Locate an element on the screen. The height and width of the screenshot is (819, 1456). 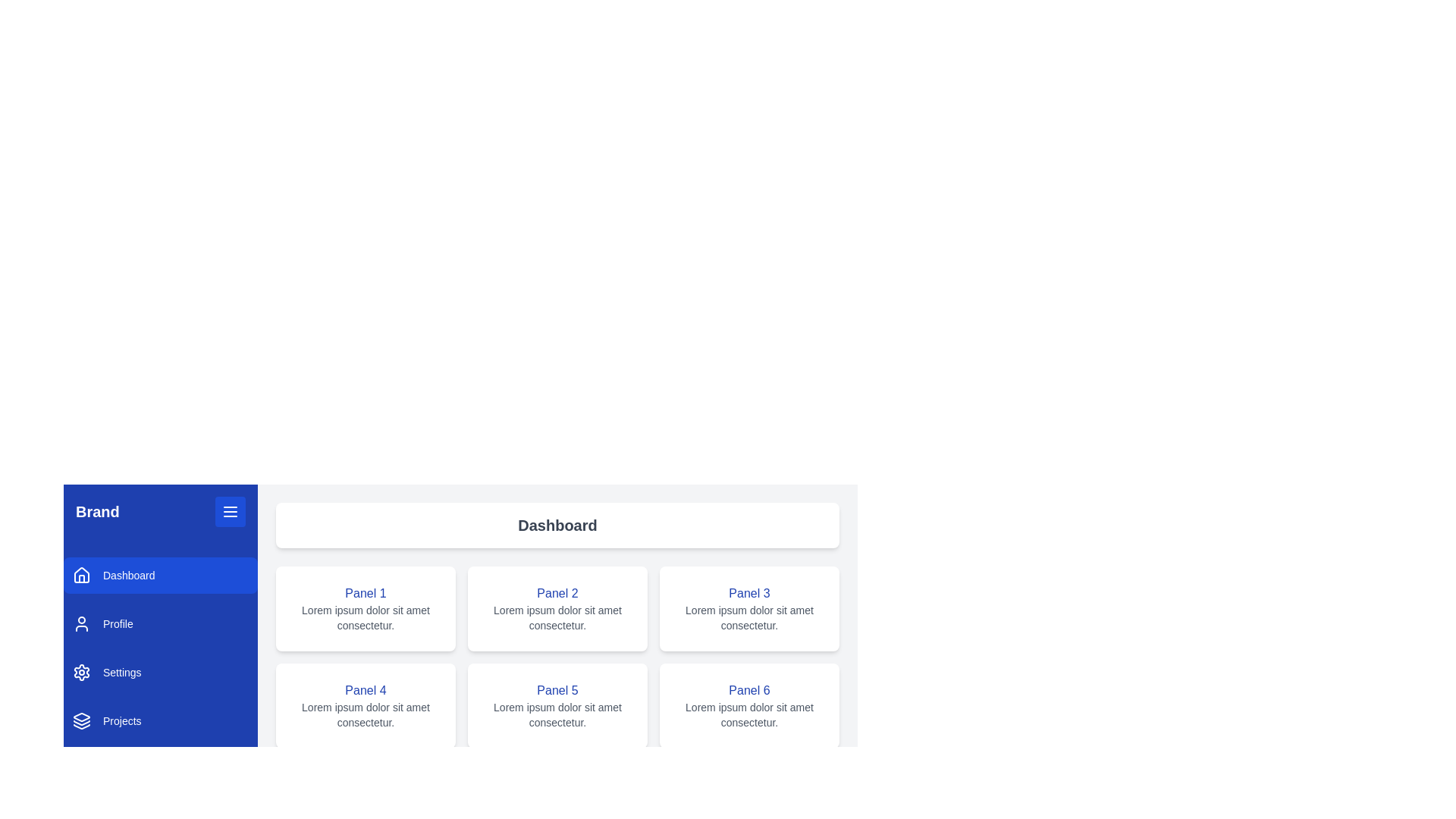
the 'Panel 3' text label, which serves as the title for the third panel in a grid layout is located at coordinates (749, 593).